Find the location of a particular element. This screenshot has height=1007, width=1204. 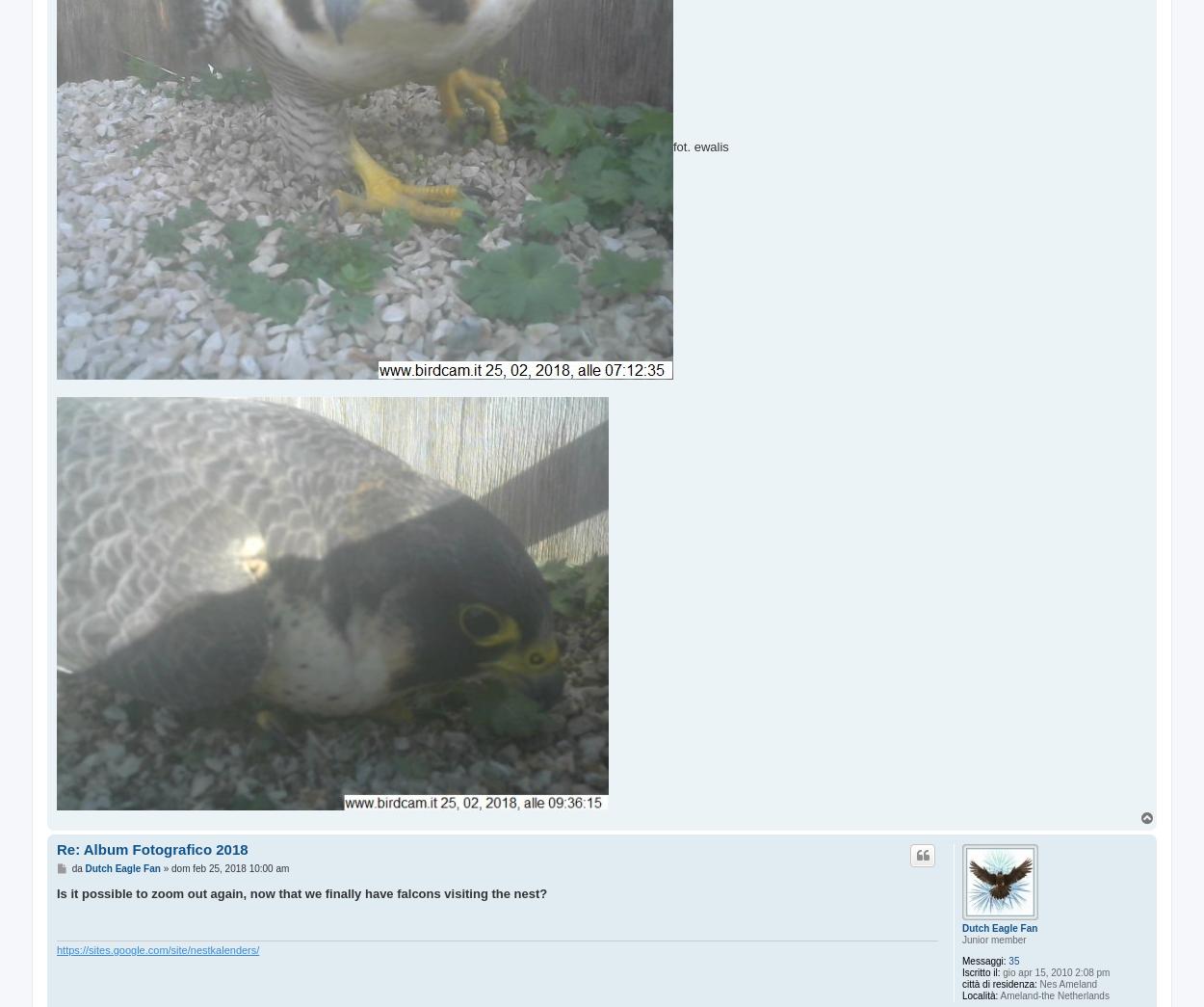

'Iscritto il:' is located at coordinates (961, 972).